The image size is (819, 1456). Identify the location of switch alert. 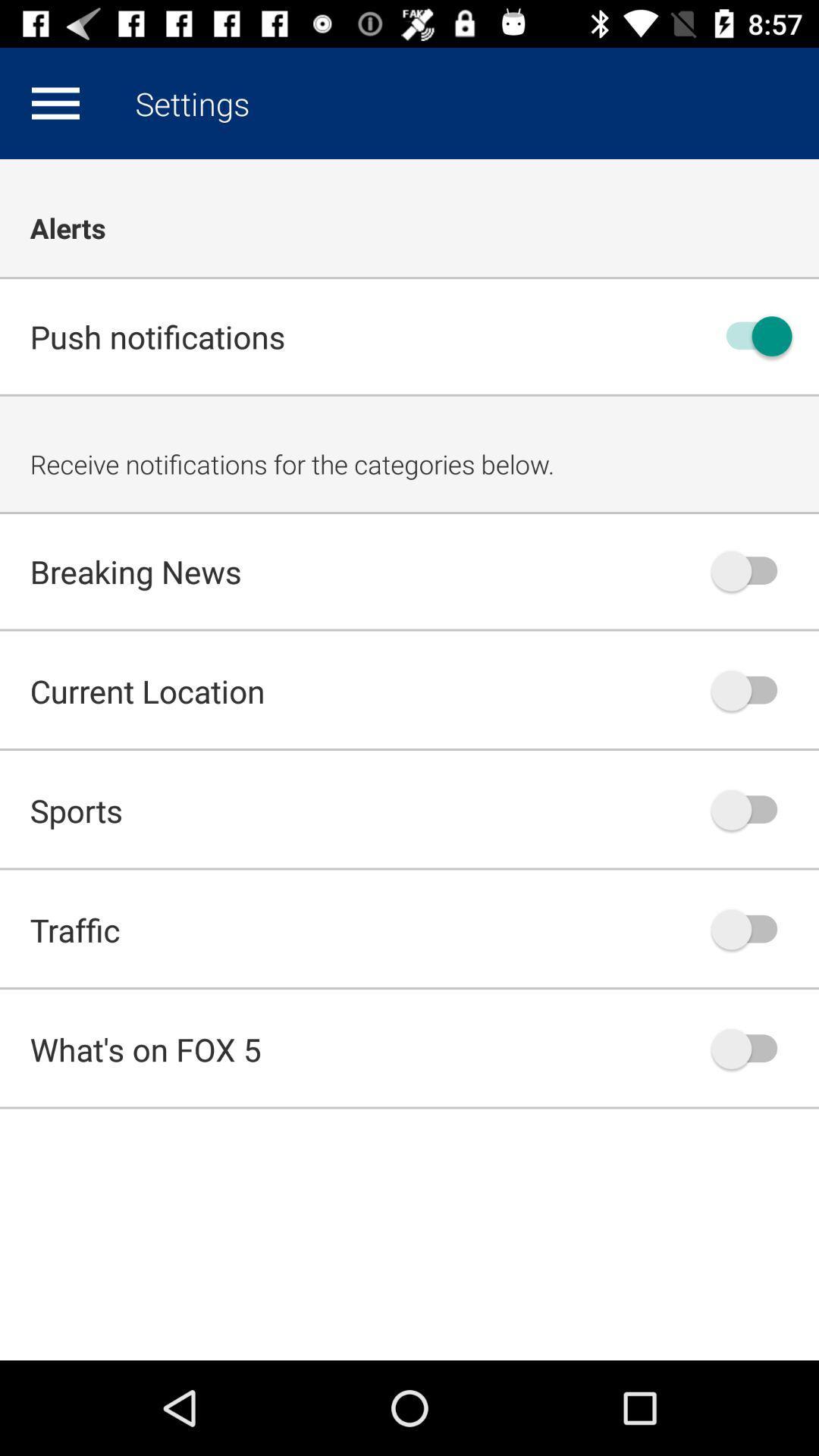
(752, 570).